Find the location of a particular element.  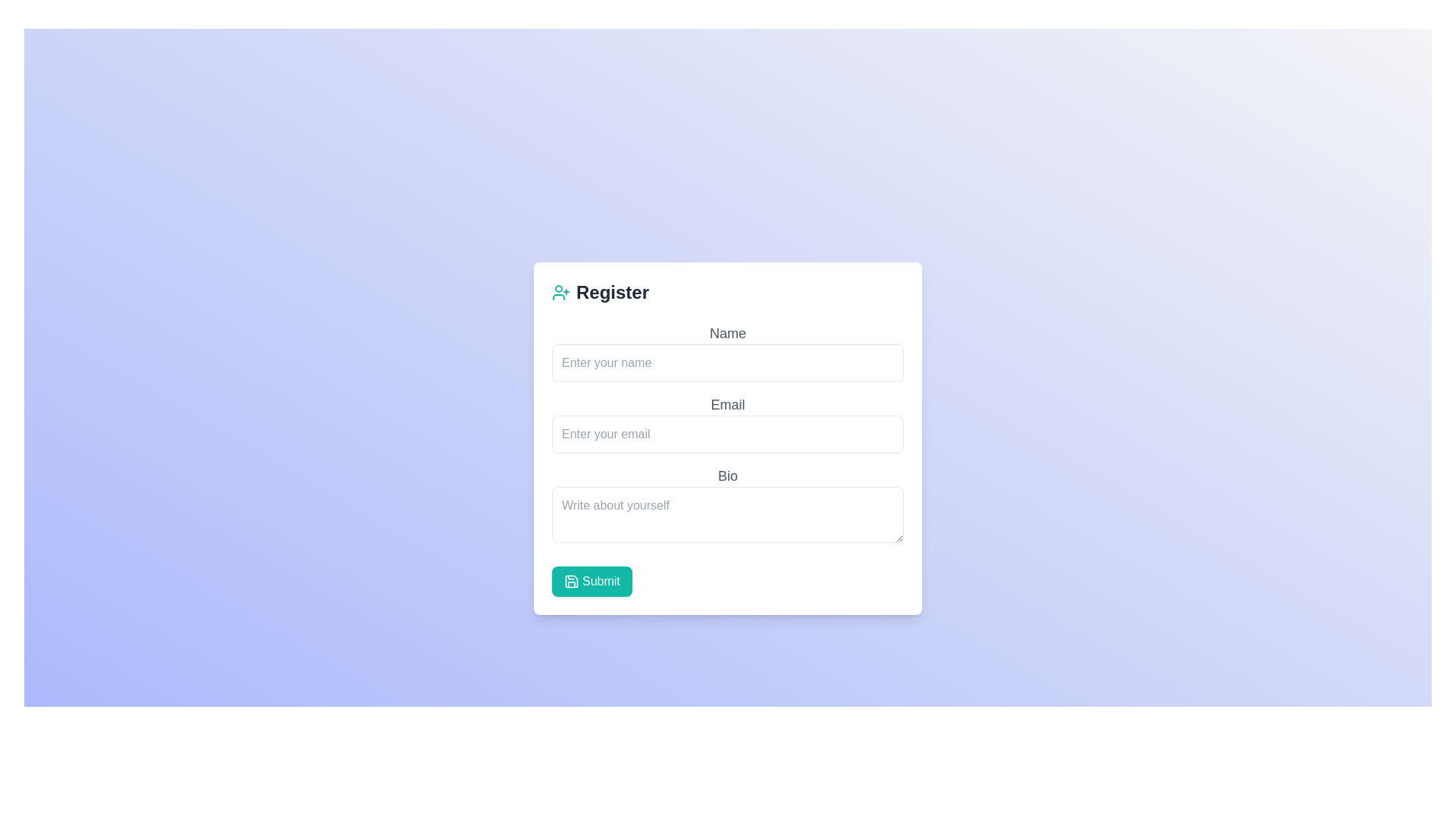

the 'Email' text label, which is styled with a larger gray font and positioned above the email input field in the registration form is located at coordinates (728, 403).